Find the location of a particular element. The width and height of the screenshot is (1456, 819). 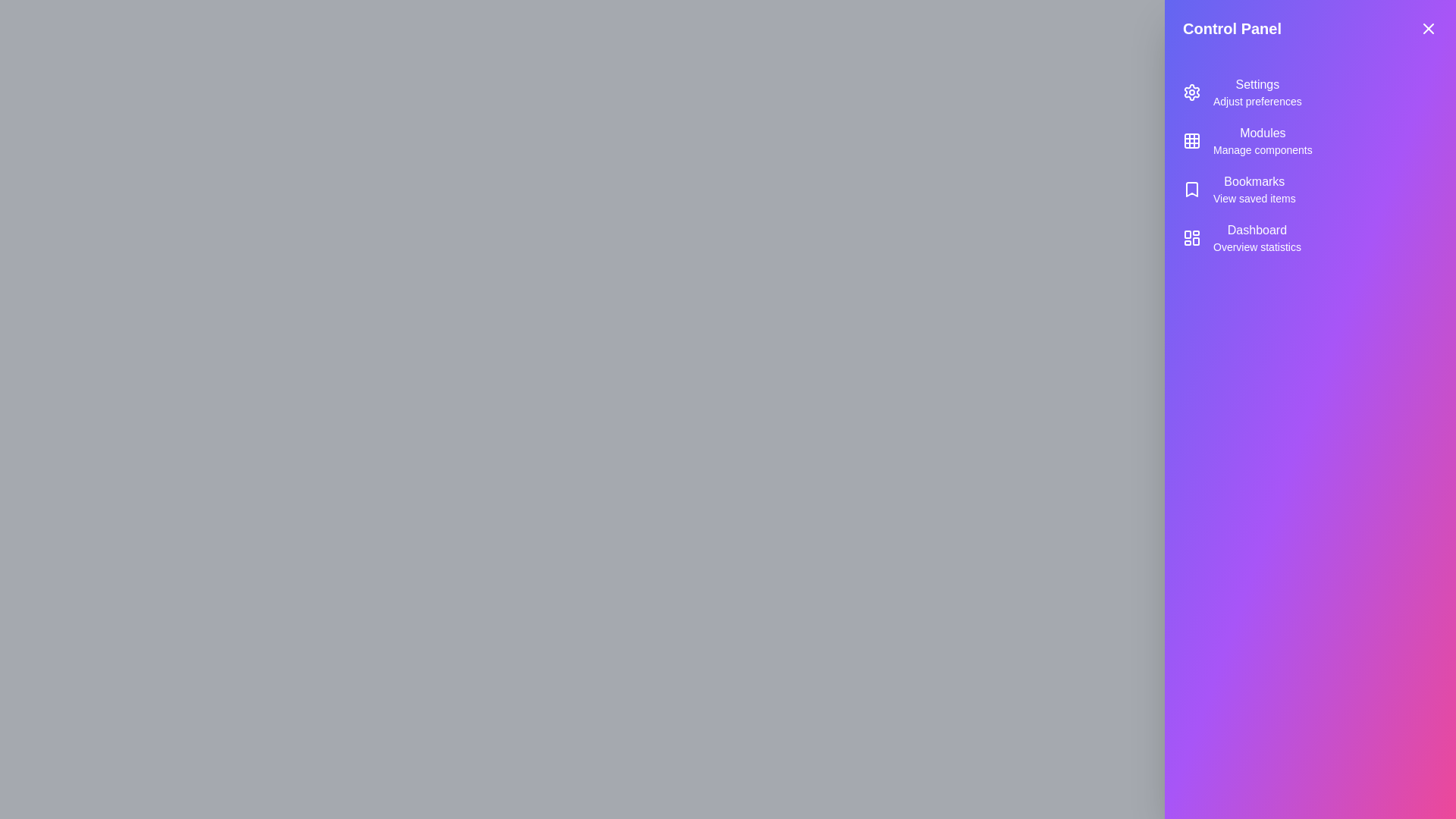

the visual state of the 'Bookmarks' icon located in the side menu, which directs users to the bookmarks or saved items area is located at coordinates (1191, 189).